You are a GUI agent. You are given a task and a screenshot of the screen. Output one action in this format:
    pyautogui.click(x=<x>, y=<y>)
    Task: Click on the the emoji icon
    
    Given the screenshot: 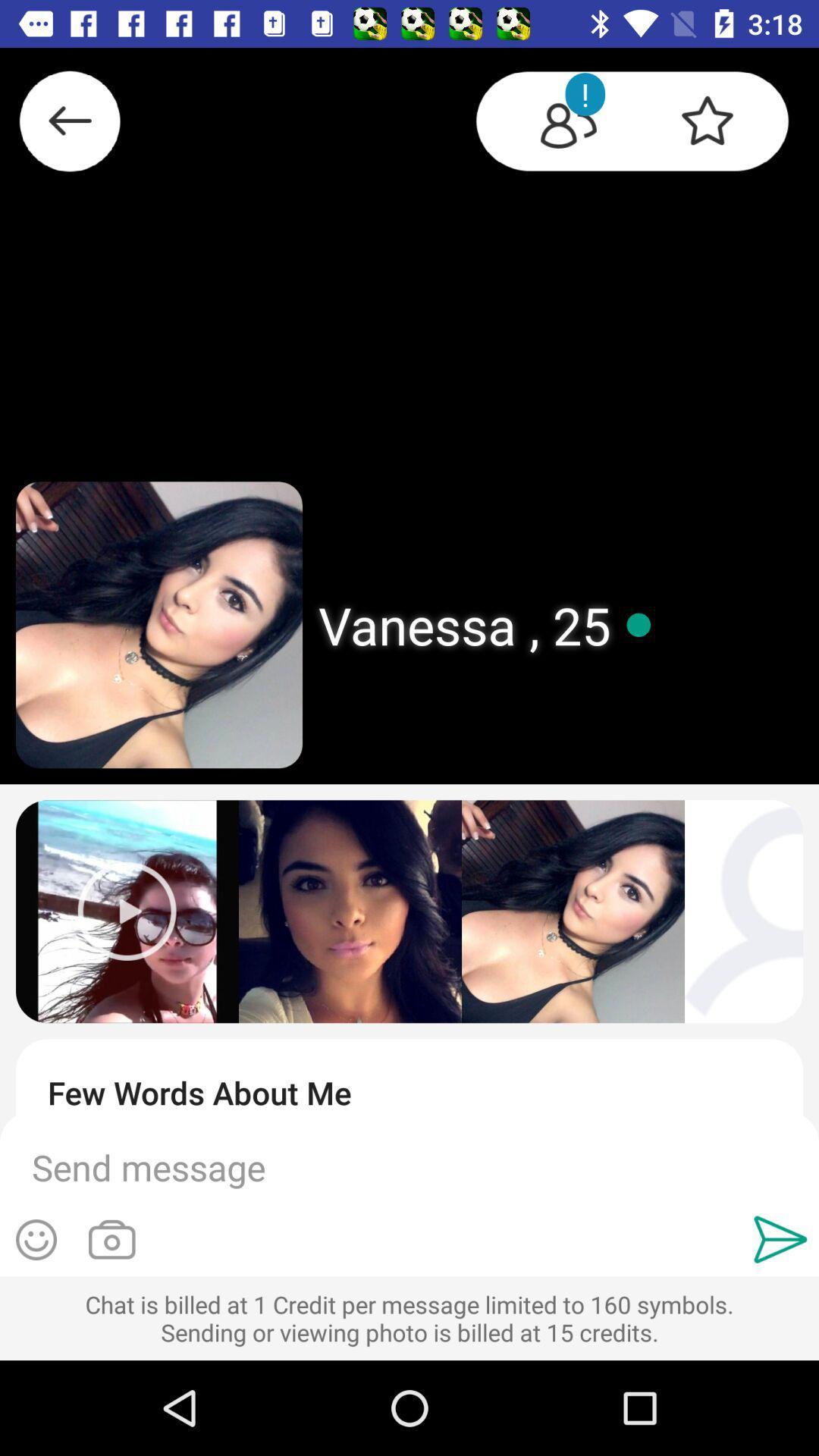 What is the action you would take?
    pyautogui.click(x=35, y=1240)
    